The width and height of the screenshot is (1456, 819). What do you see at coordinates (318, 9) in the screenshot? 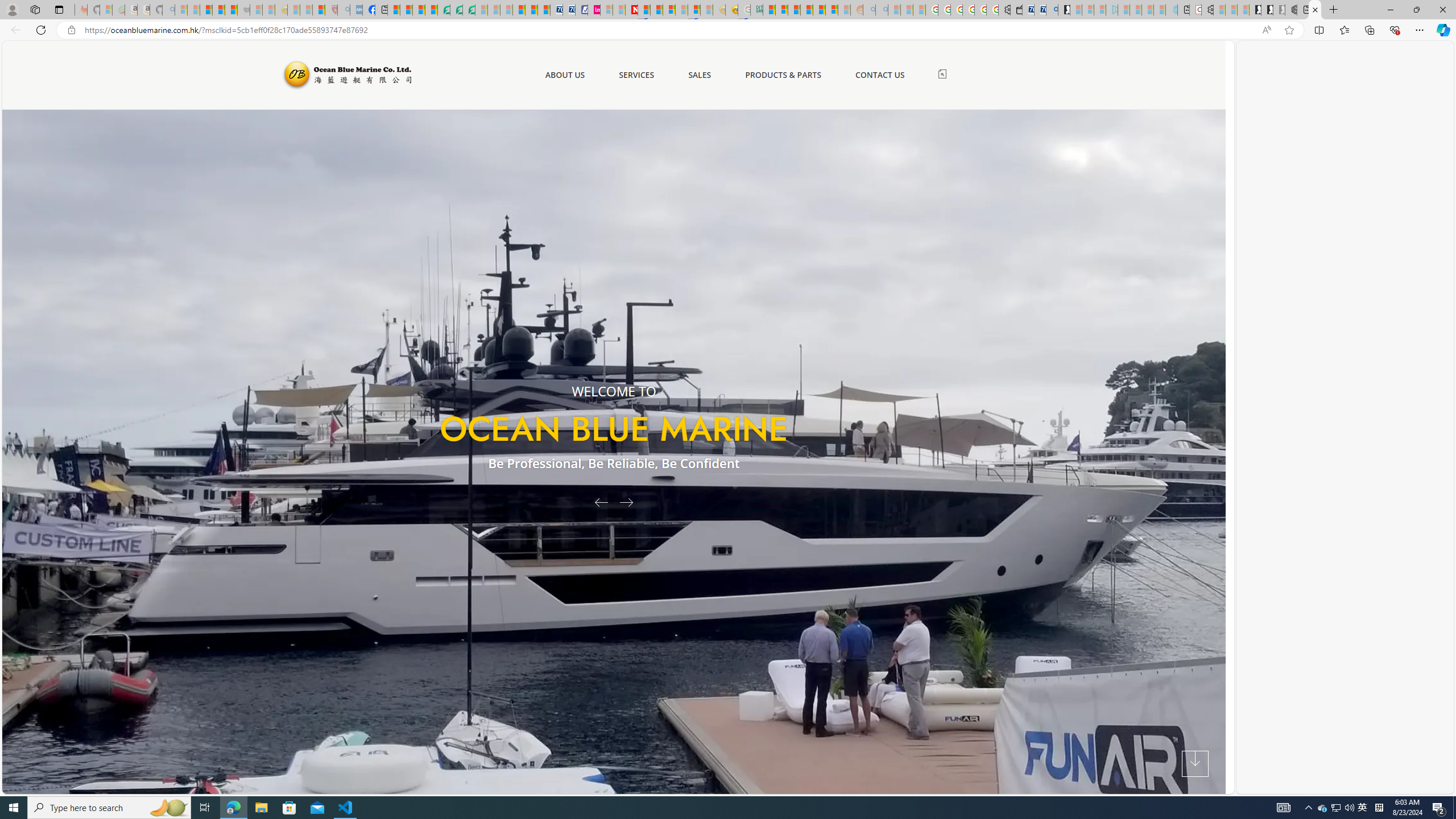
I see `'Local - MSN'` at bounding box center [318, 9].